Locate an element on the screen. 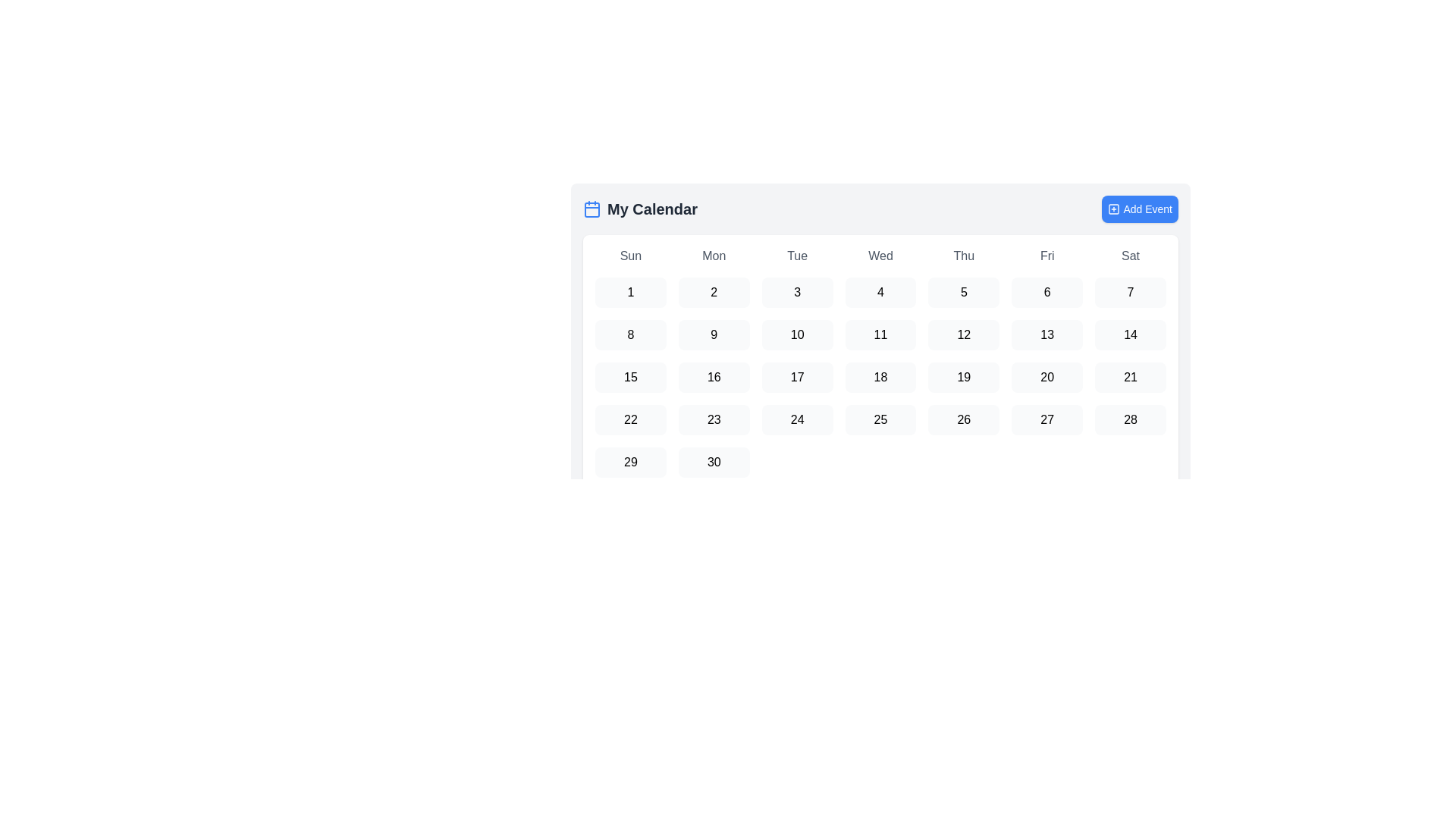 The height and width of the screenshot is (819, 1456). the button representing the 24th day of the month in the calendar interface for keyboard navigation is located at coordinates (796, 420).